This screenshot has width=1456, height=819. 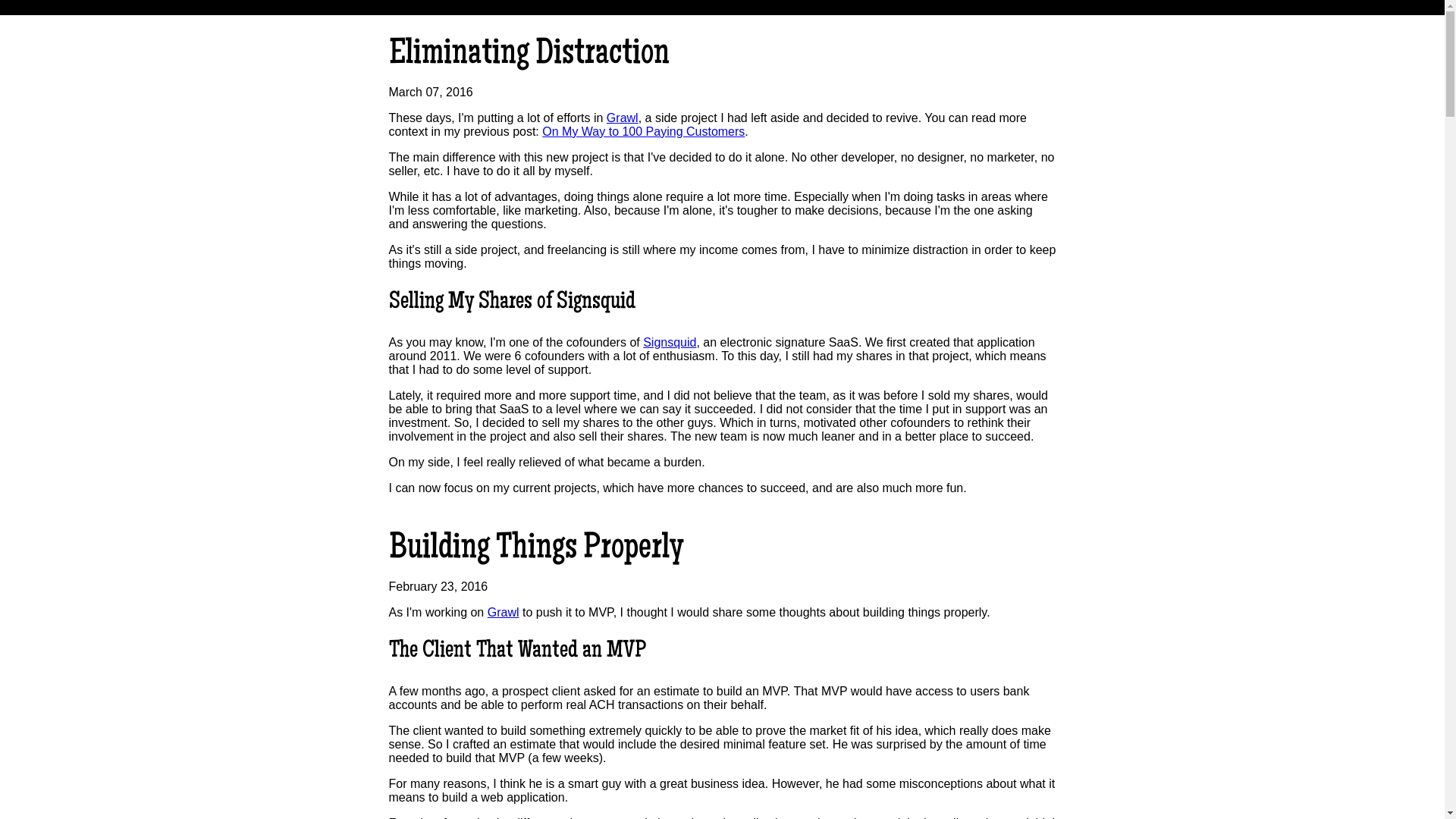 I want to click on 'Building Things Properly', so click(x=388, y=550).